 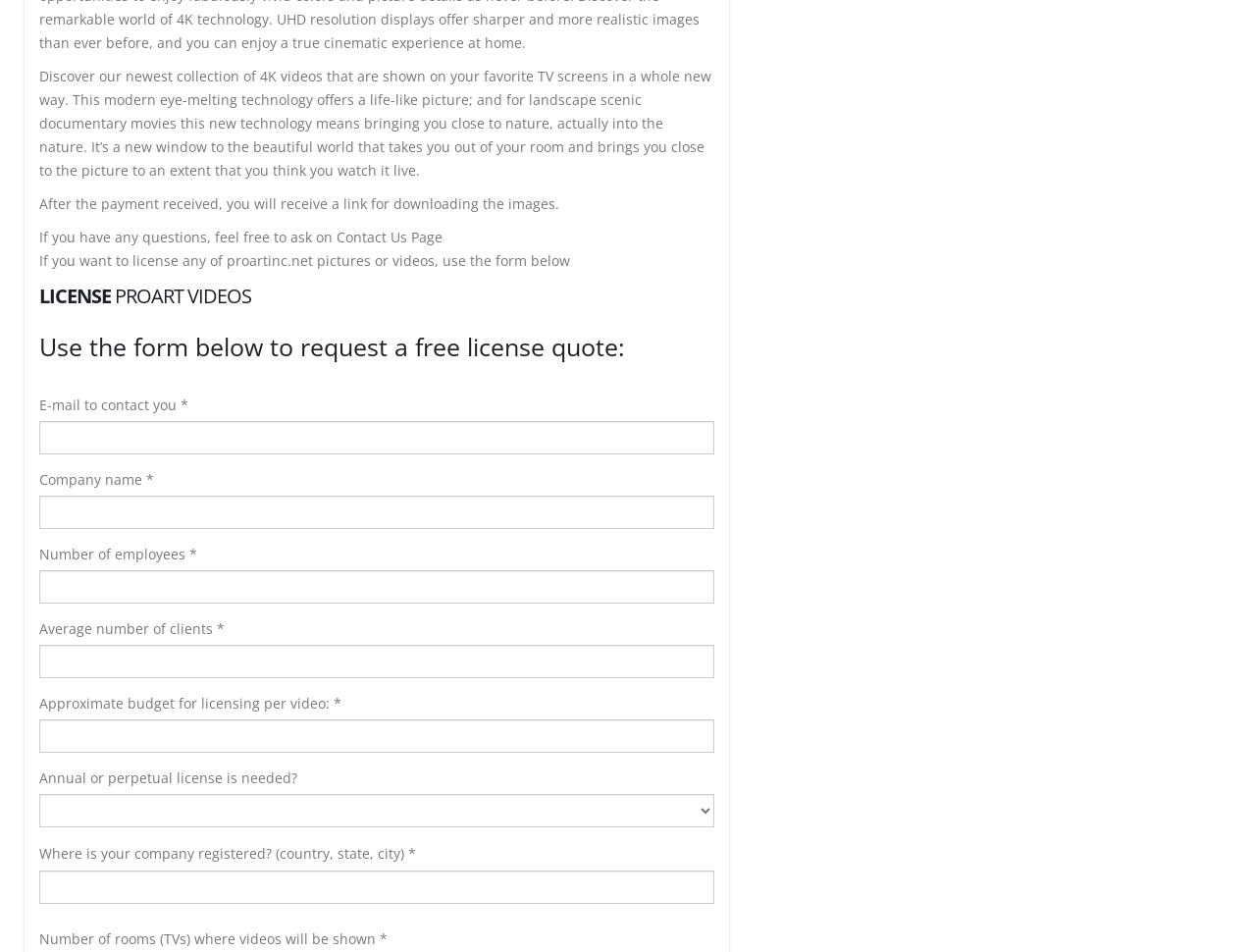 I want to click on 'Number of employees *', so click(x=118, y=553).